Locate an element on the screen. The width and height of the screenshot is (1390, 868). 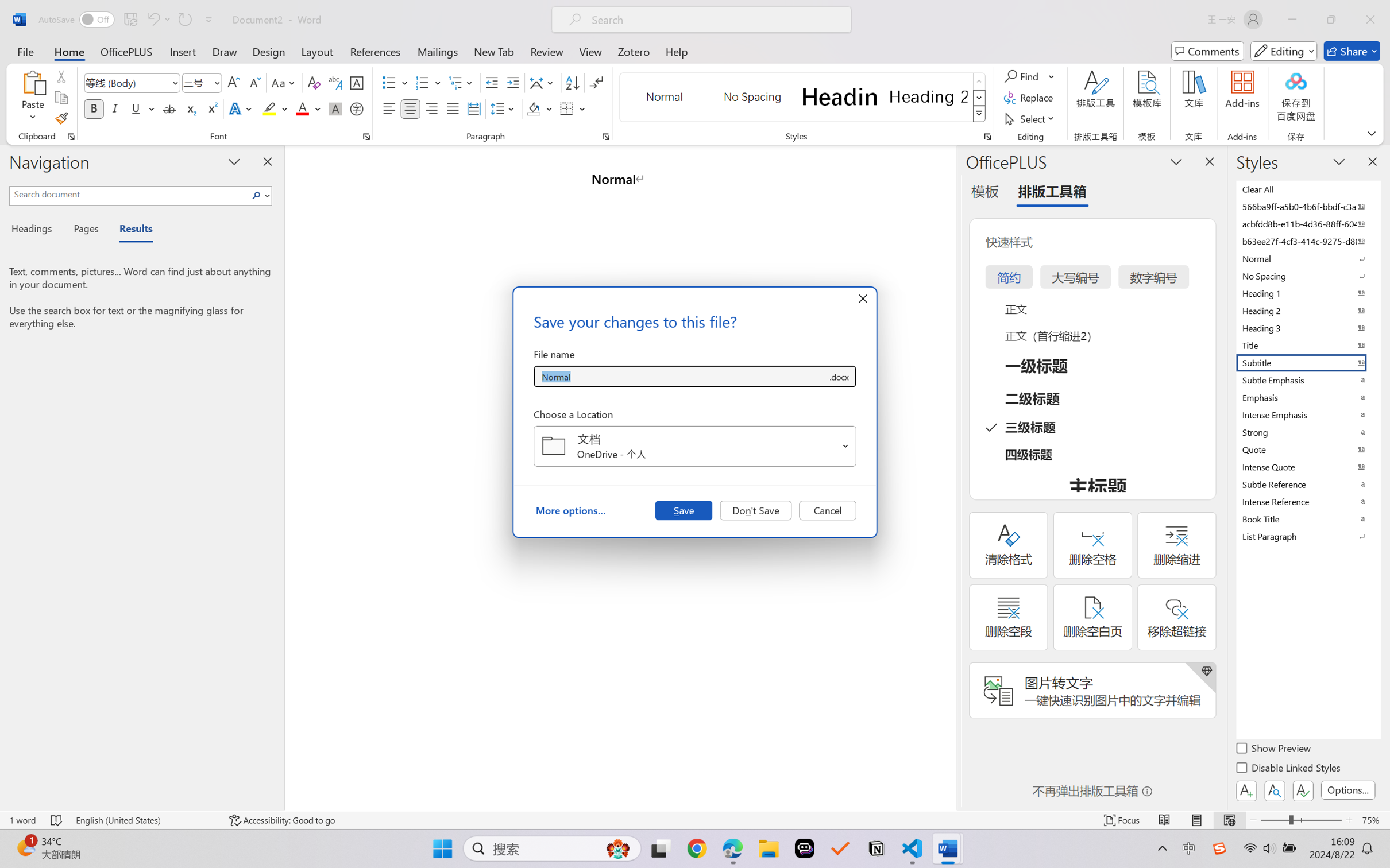
'Multilevel List' is located at coordinates (462, 83).